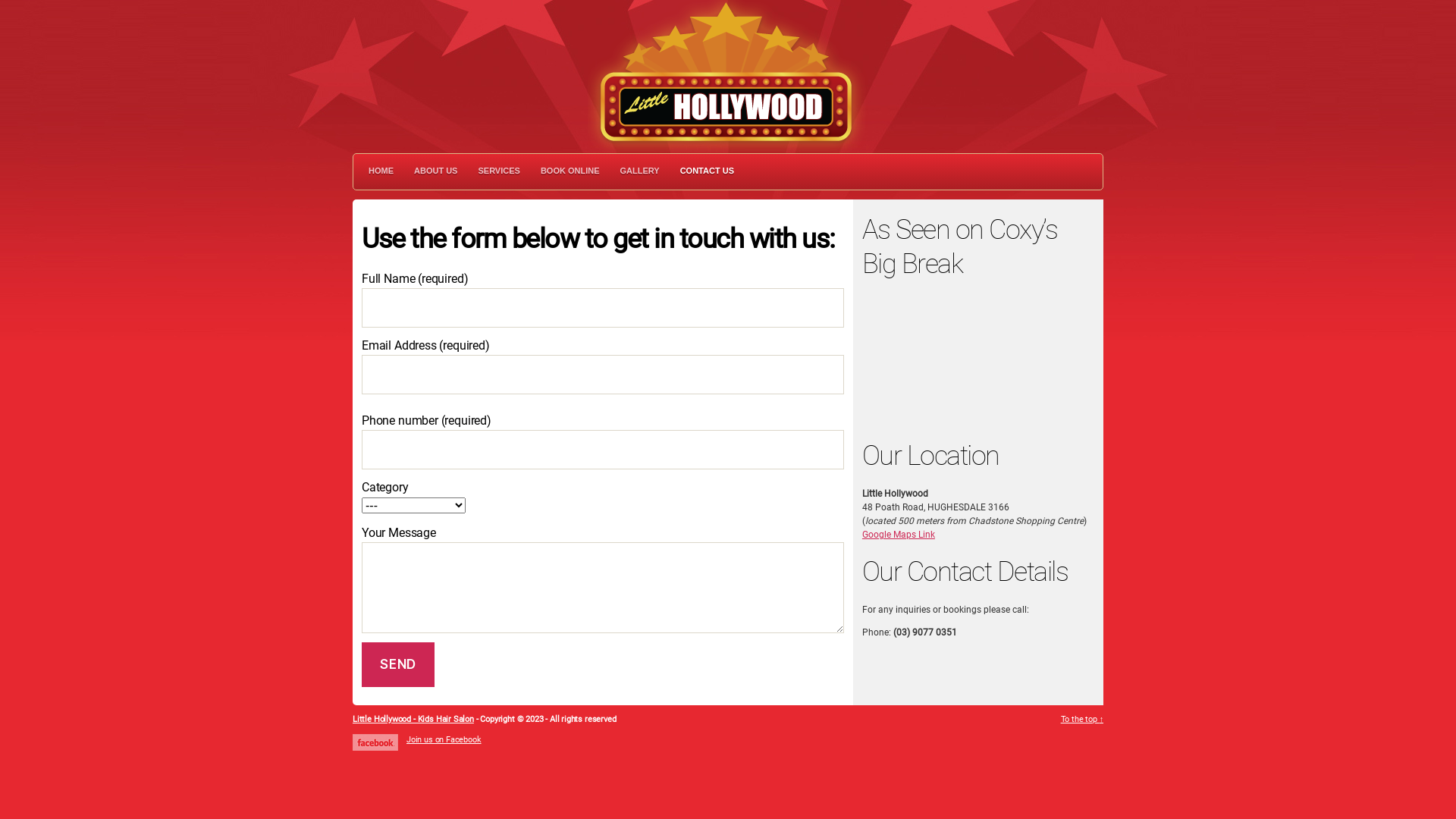 This screenshot has width=1456, height=819. Describe the element at coordinates (352, 718) in the screenshot. I see `'Little Hollywood - Kids Hair Salon'` at that location.